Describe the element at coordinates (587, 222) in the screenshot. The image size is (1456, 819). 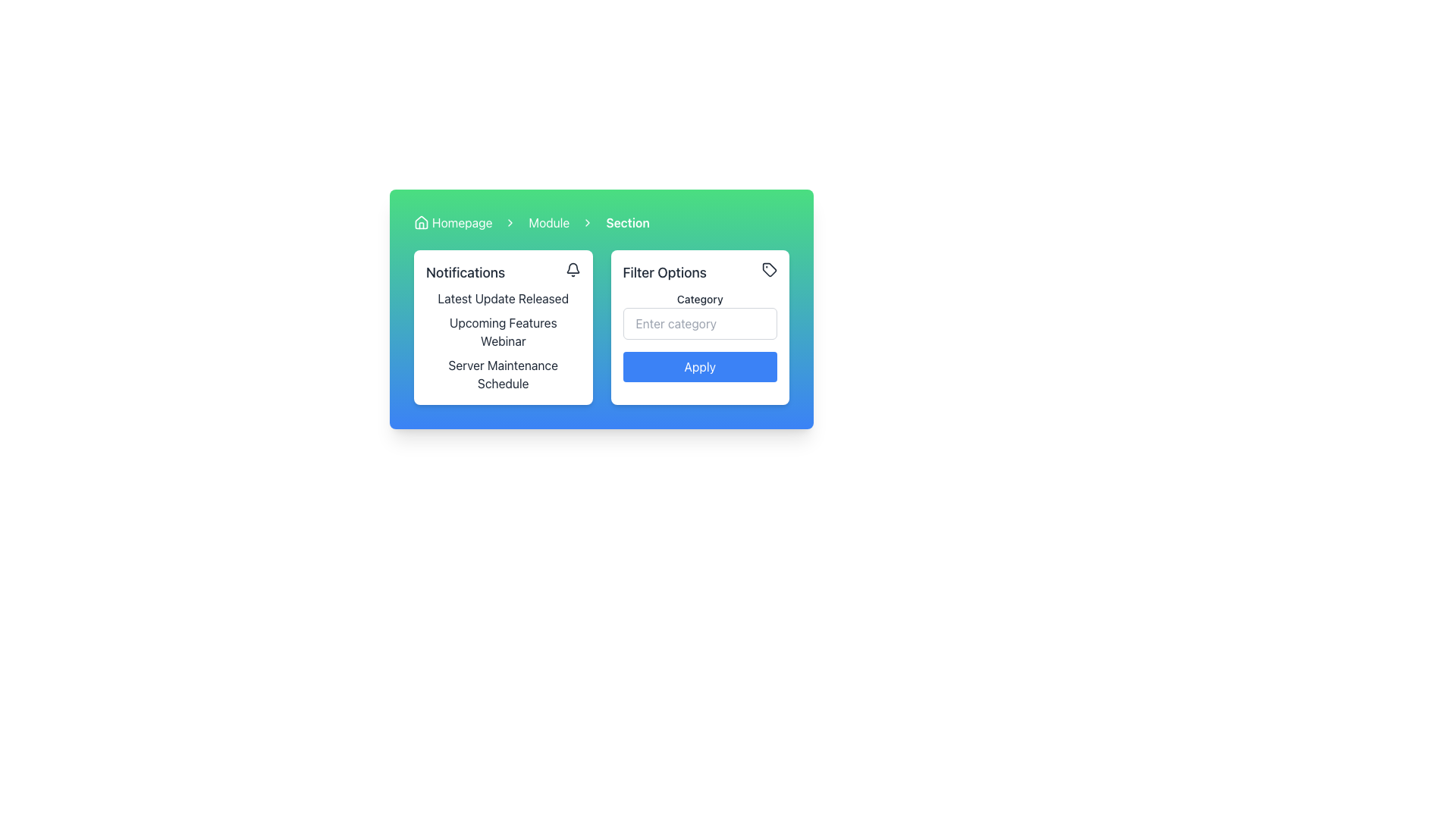
I see `the rightward-pointing chevron icon in the breadcrumbs segment that indicates navigation to the next section` at that location.